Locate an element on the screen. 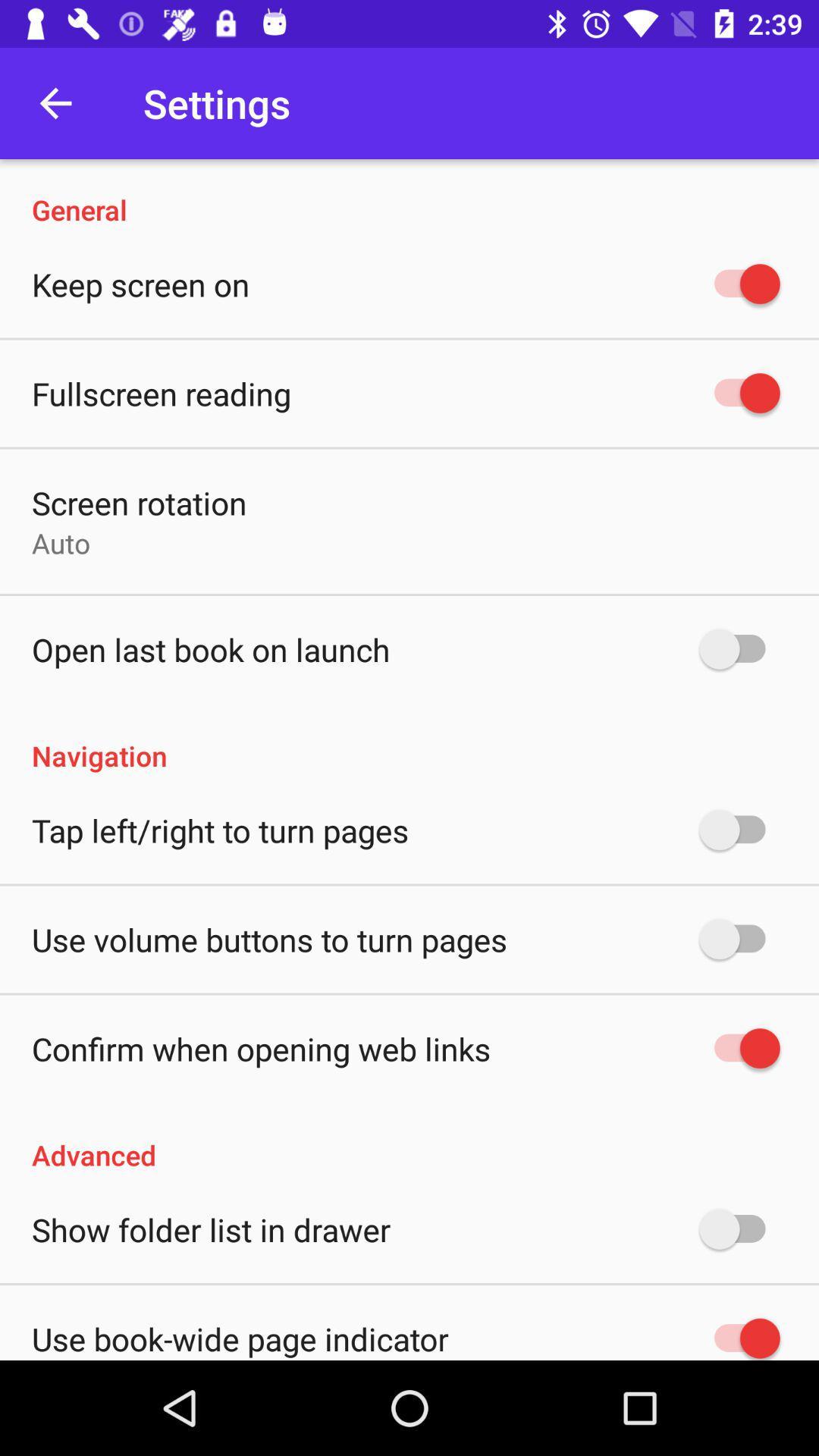 The width and height of the screenshot is (819, 1456). the auto is located at coordinates (60, 543).